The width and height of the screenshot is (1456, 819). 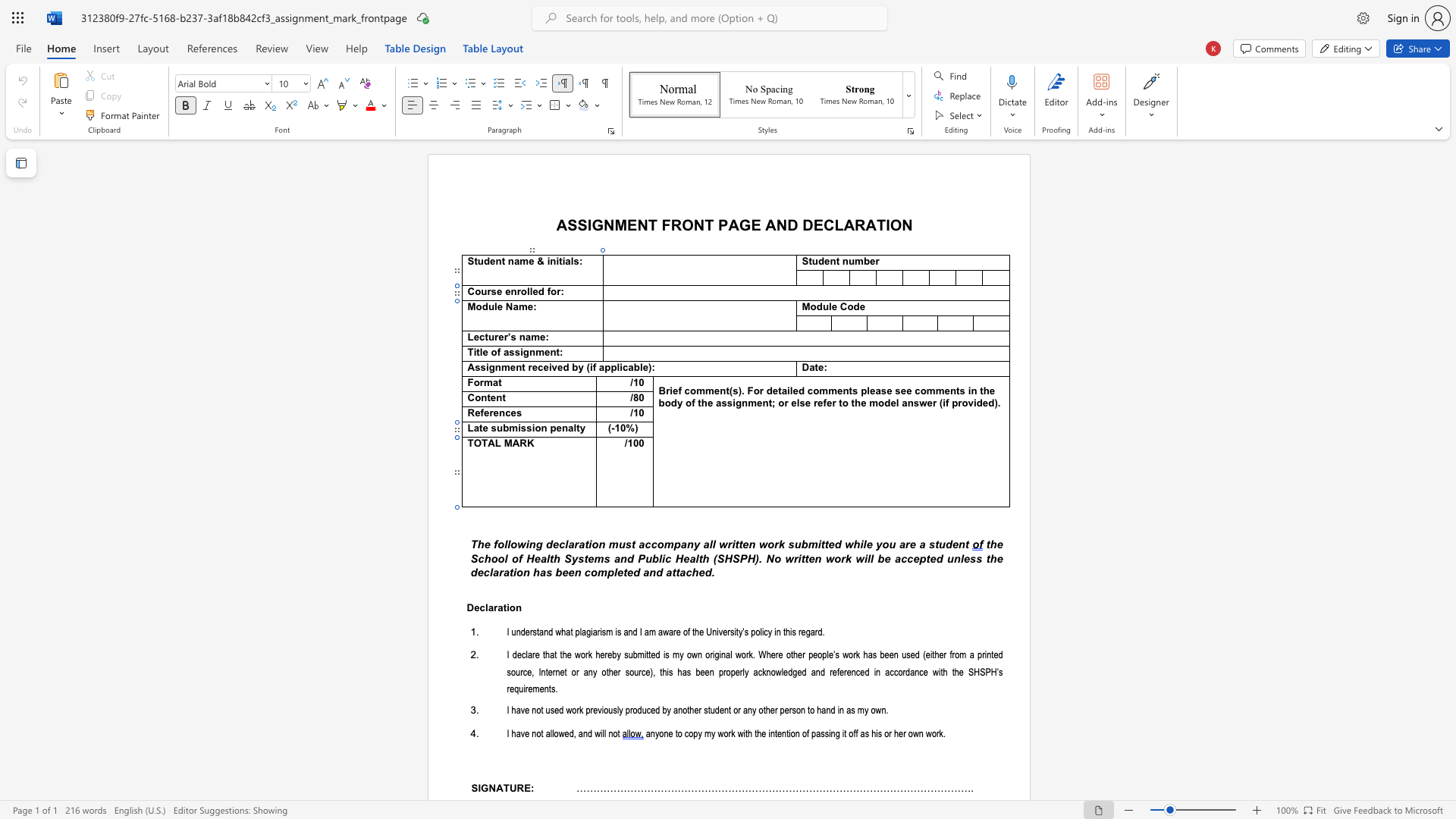 What do you see at coordinates (612, 654) in the screenshot?
I see `the space between the continuous character "e" and "b" in the text` at bounding box center [612, 654].